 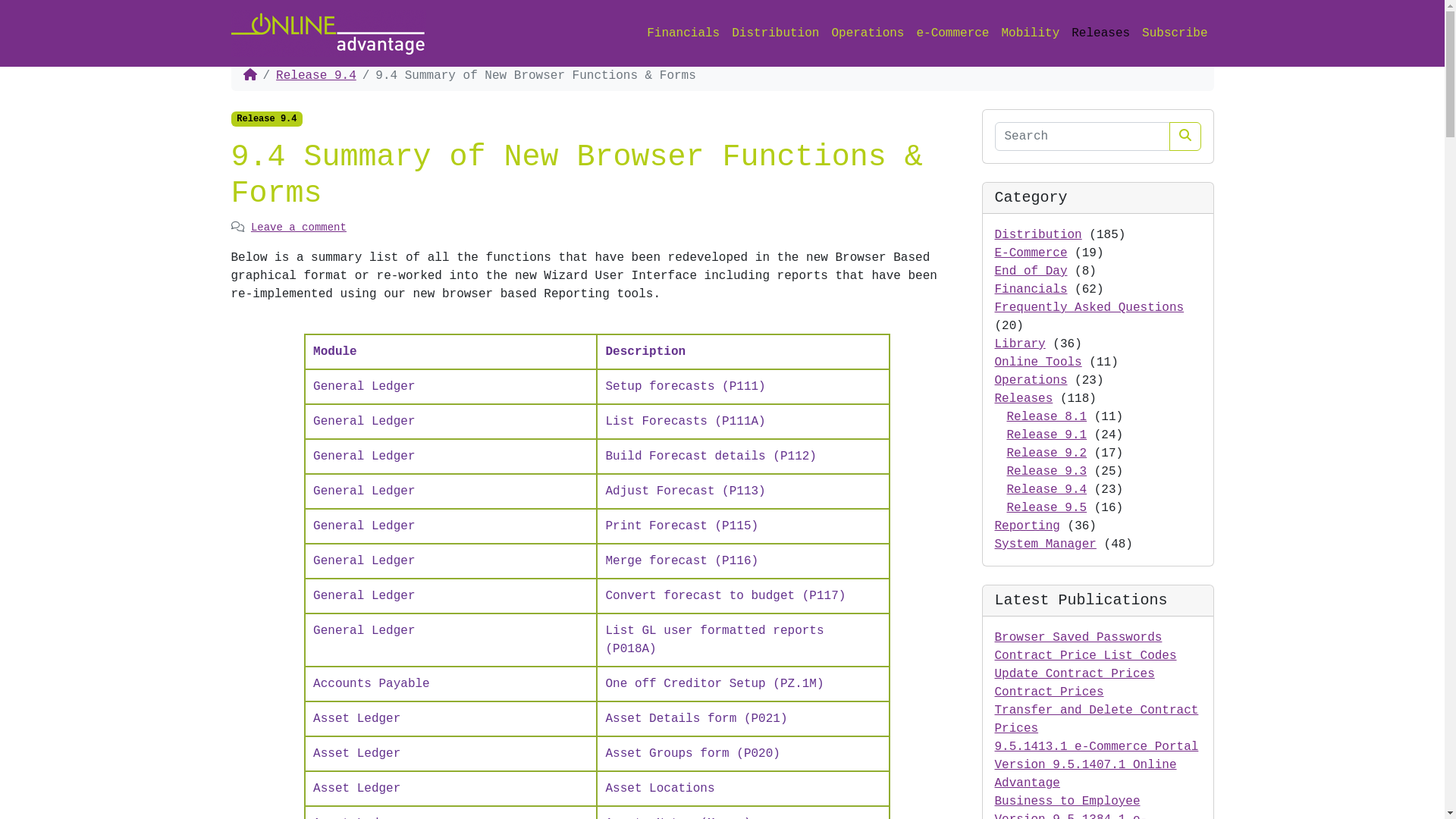 I want to click on 'Release 9.5', so click(x=1046, y=508).